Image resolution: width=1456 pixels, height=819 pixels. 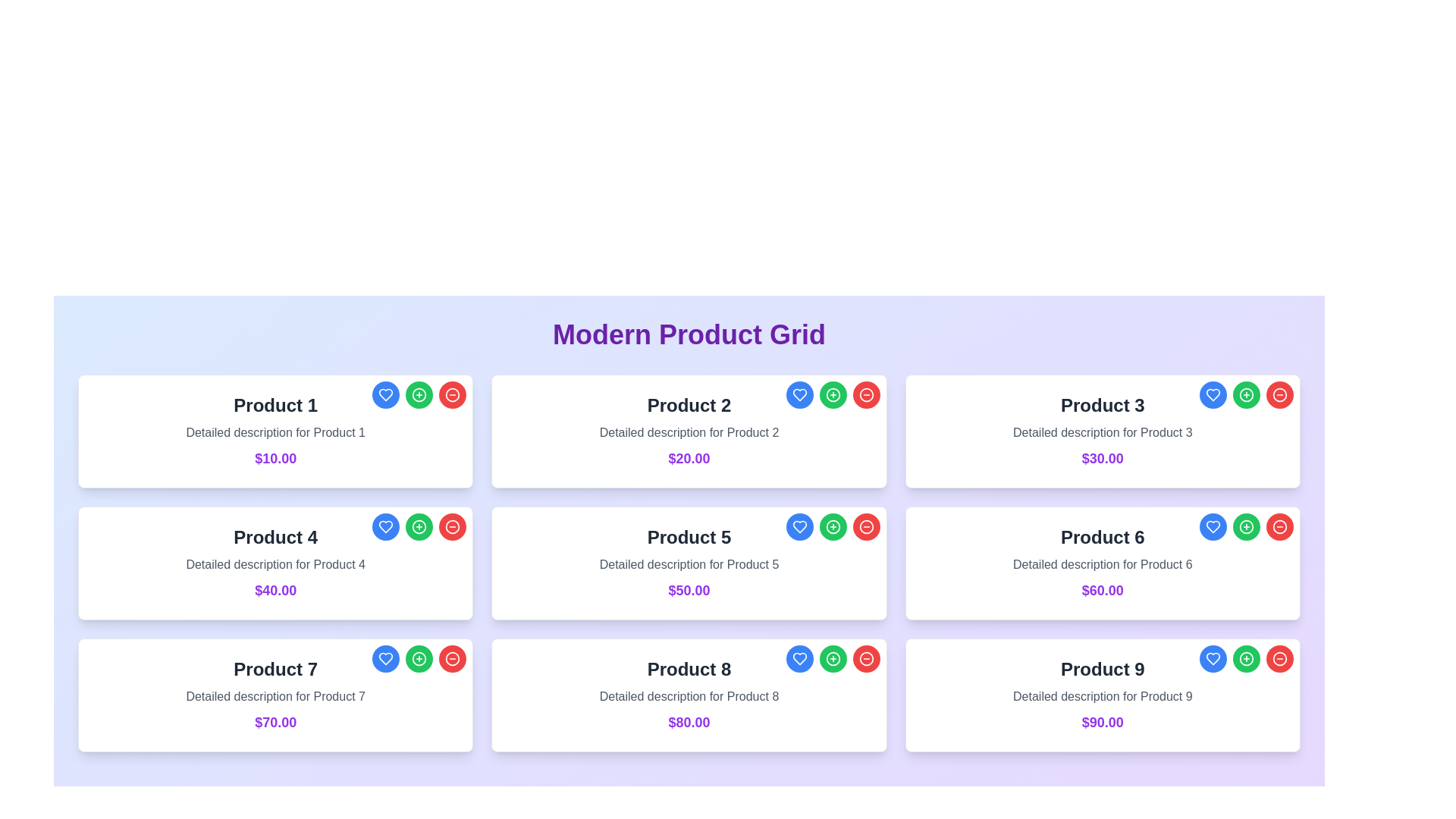 I want to click on the text label providing a description of 'Product 3' located in the third card of the first row, styled with gray text, so click(x=1103, y=432).